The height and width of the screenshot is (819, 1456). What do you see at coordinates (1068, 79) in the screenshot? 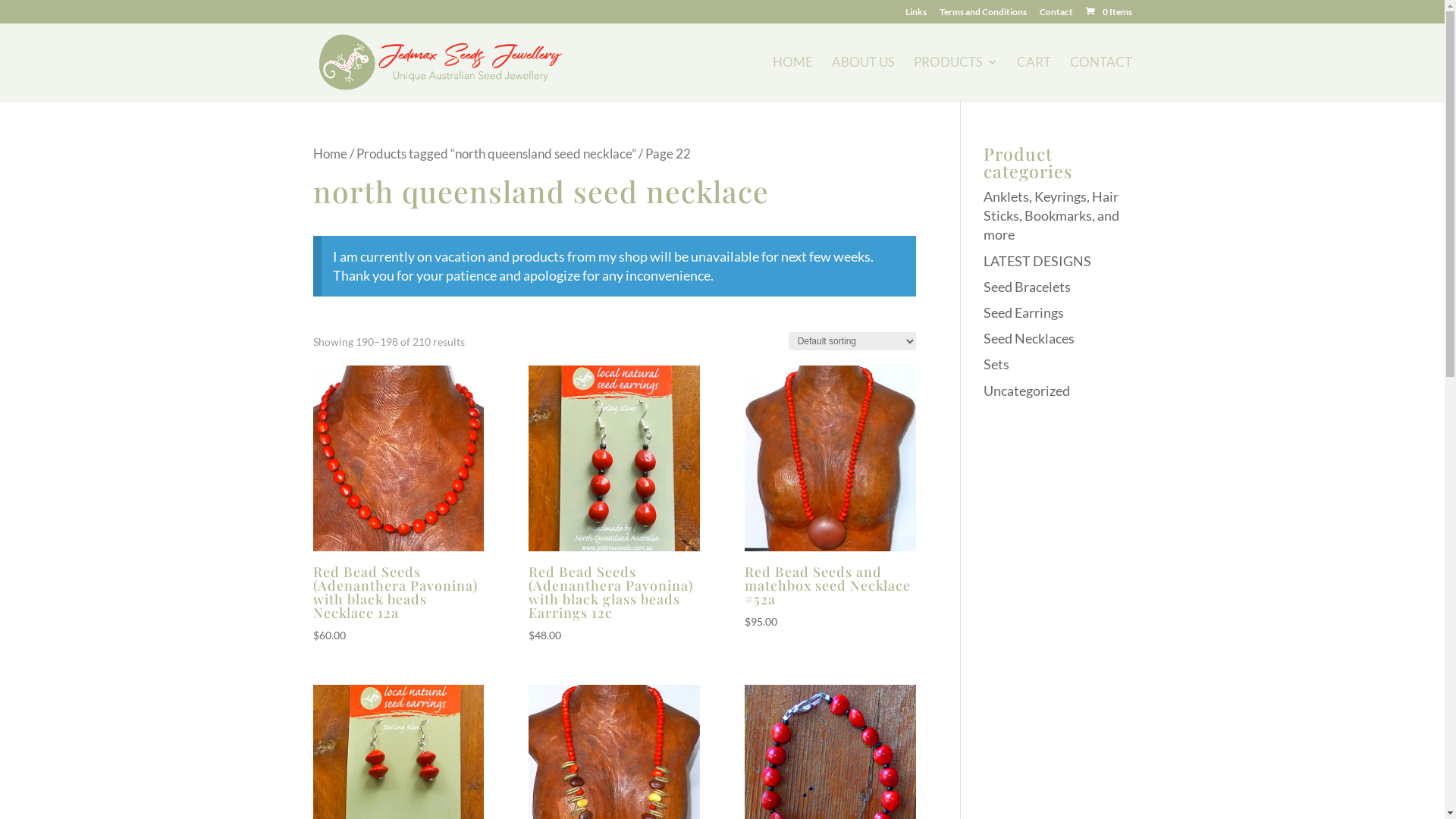
I see `'CONTACT'` at bounding box center [1068, 79].